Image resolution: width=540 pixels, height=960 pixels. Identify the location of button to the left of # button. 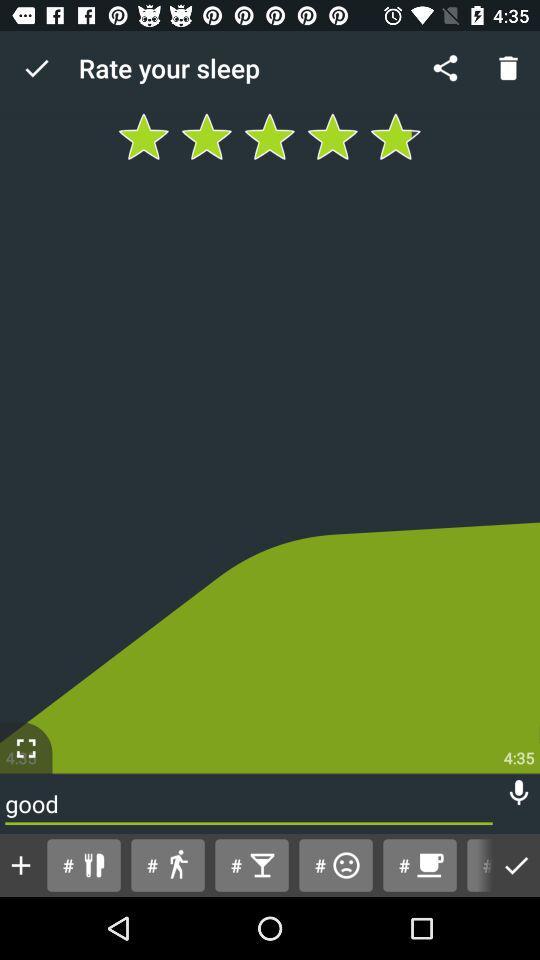
(335, 864).